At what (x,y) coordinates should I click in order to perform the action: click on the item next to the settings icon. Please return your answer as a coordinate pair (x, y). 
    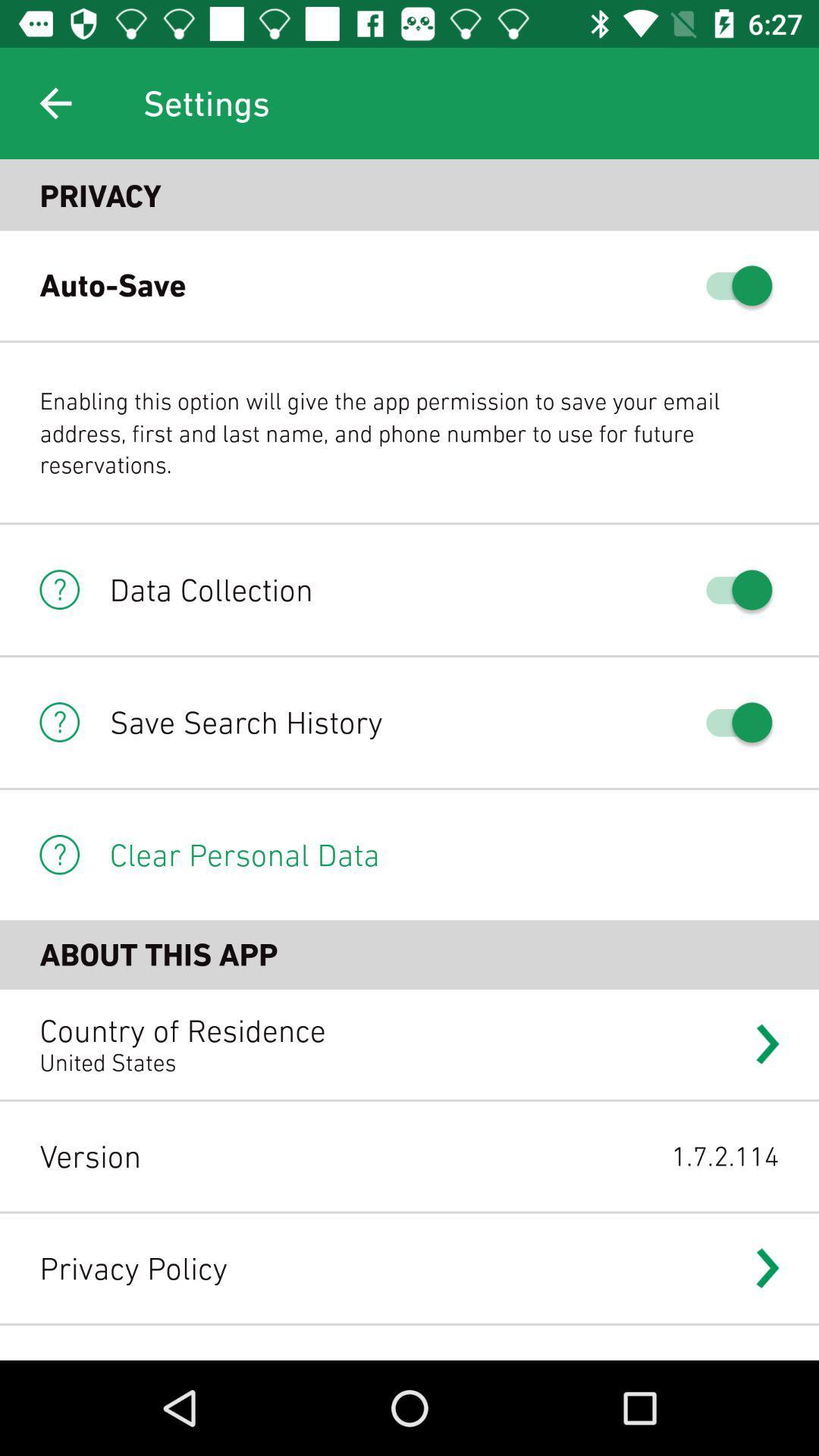
    Looking at the image, I should click on (55, 102).